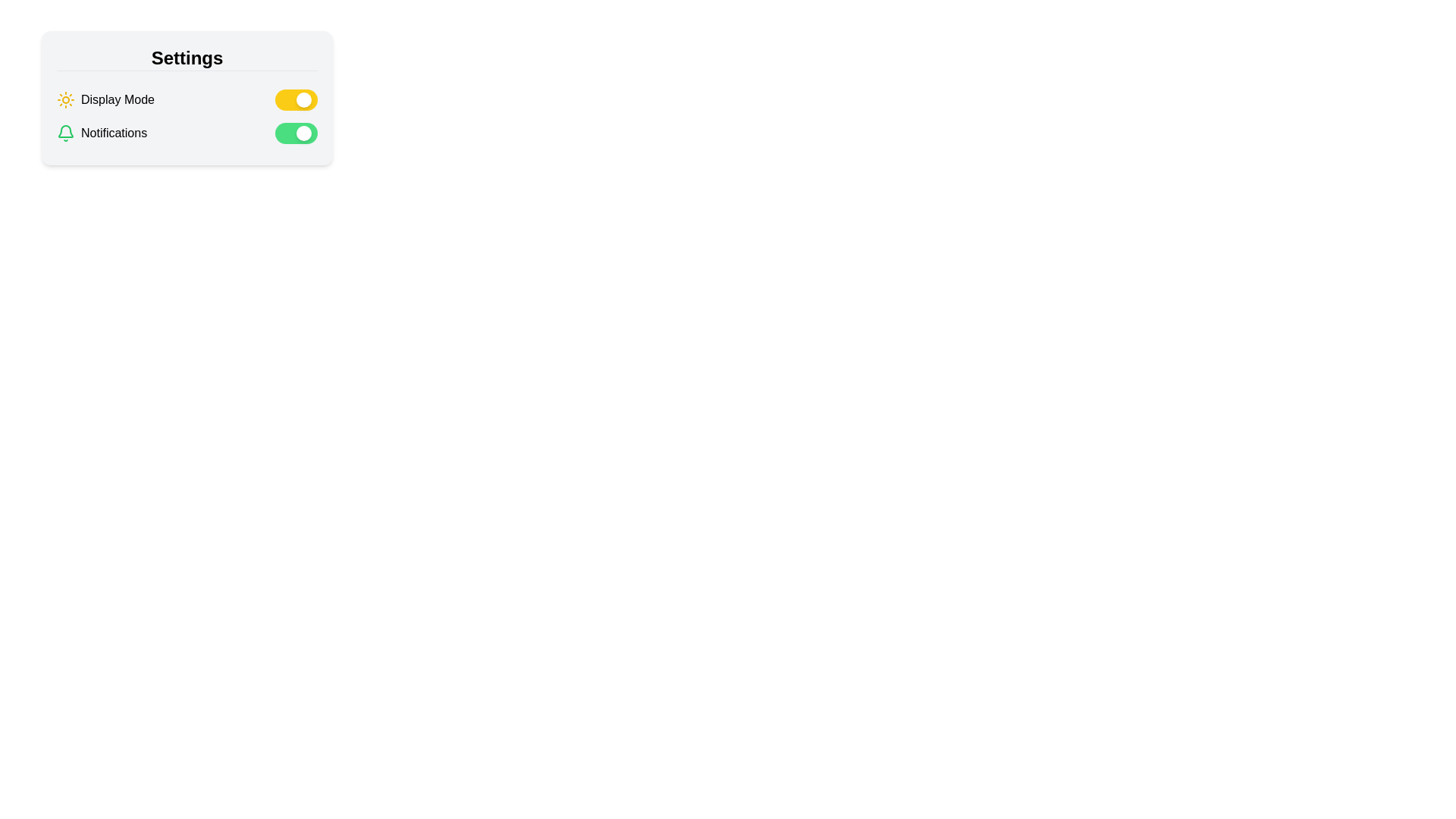  I want to click on the circular toggle indicator for the 'Display Mode' setting in the settings menu, so click(303, 99).